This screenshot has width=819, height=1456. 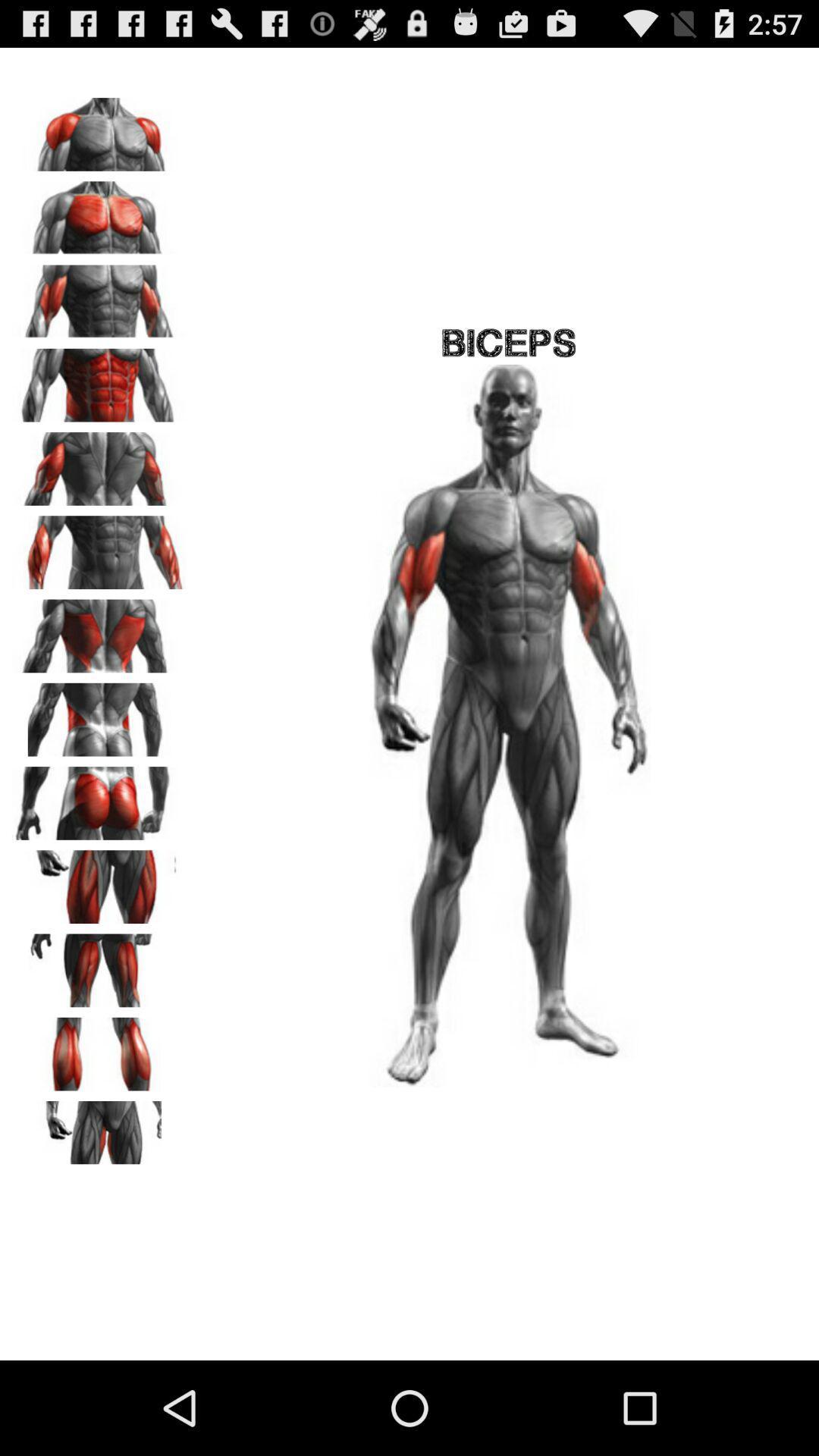 I want to click on body image, so click(x=99, y=297).